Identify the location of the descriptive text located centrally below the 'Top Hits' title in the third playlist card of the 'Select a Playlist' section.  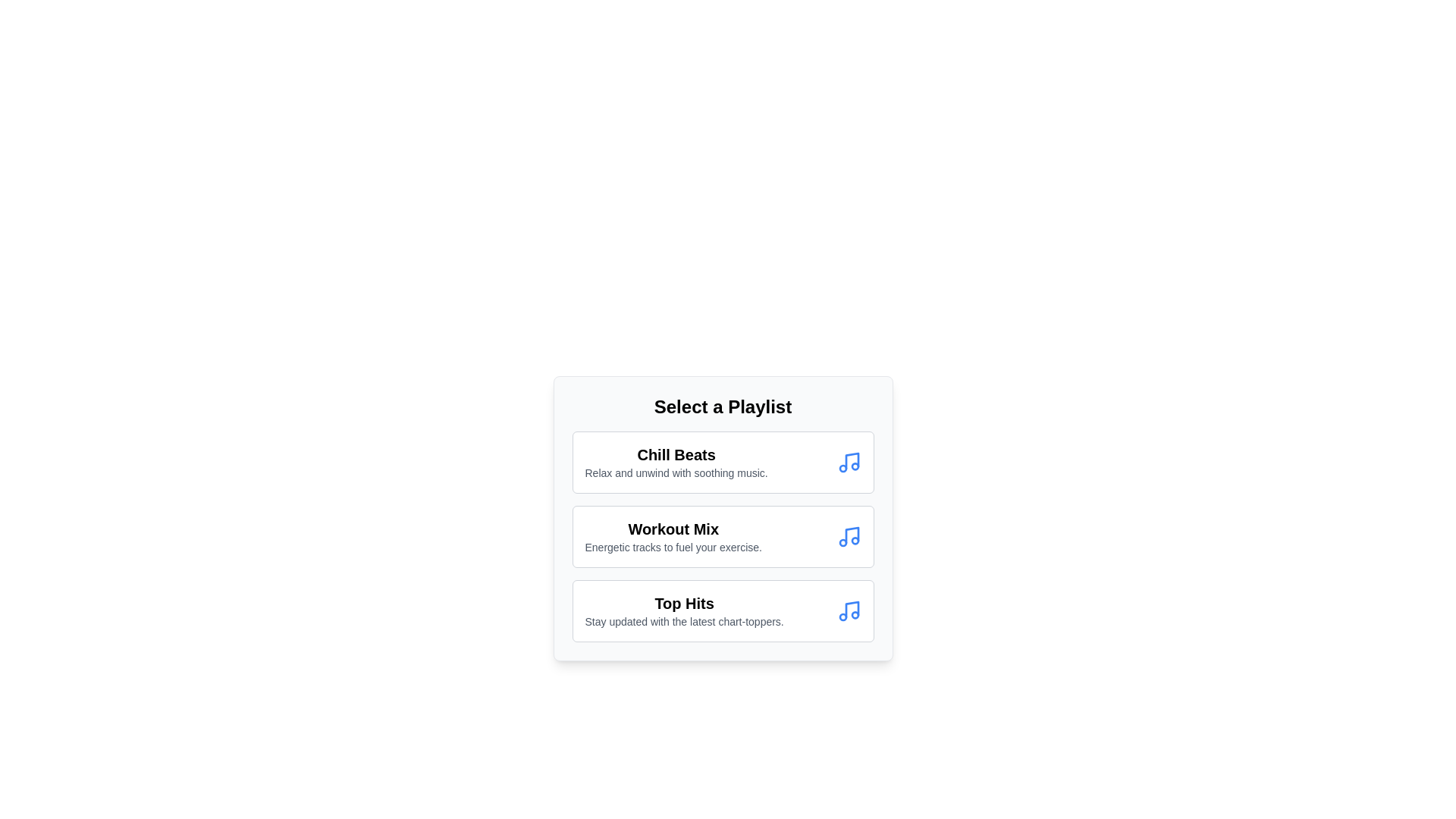
(683, 622).